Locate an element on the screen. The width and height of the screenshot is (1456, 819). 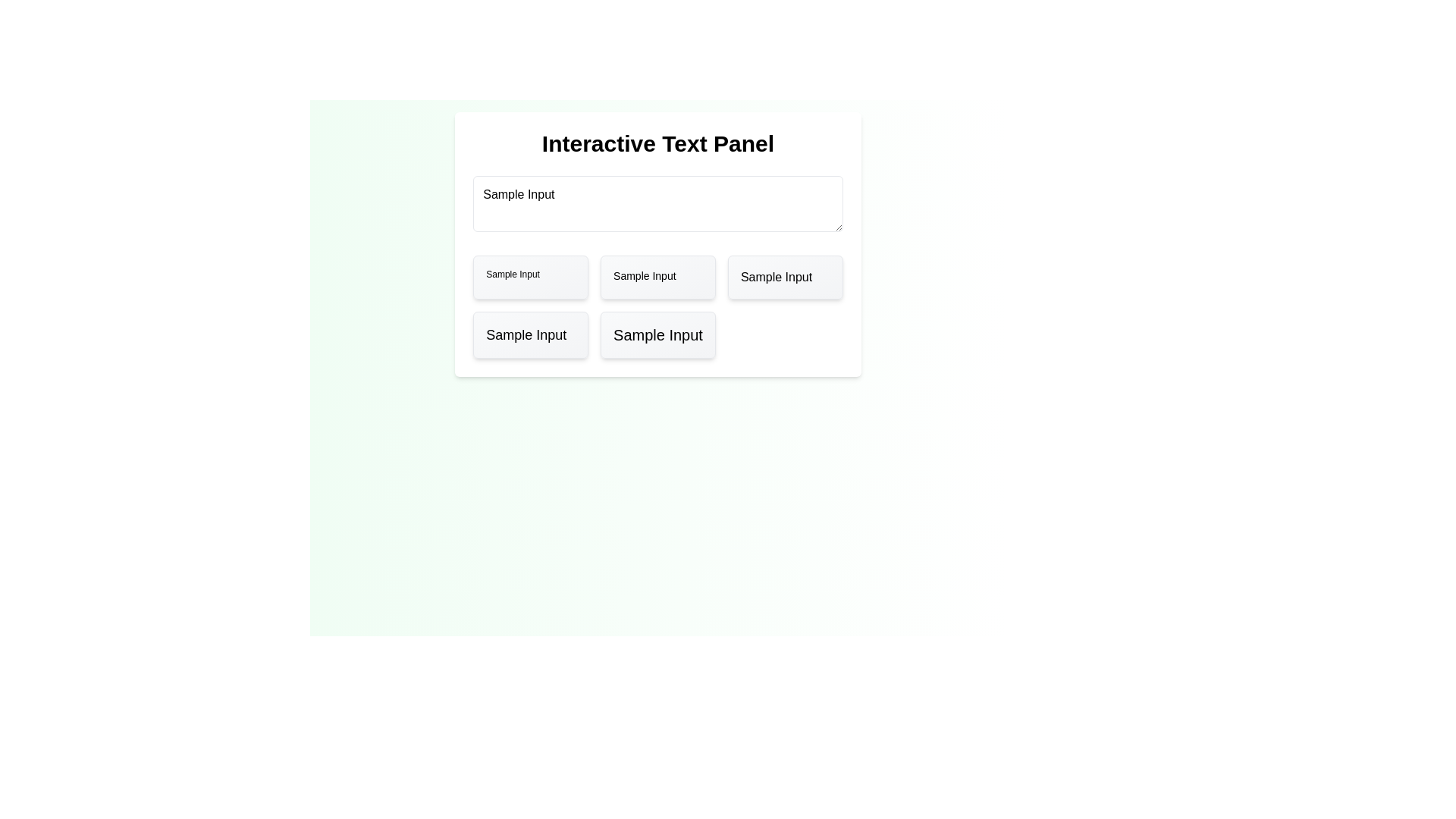
the Text Label that serves as a static header for the panel, positioned above the input field labeled 'Sample Input' is located at coordinates (658, 143).